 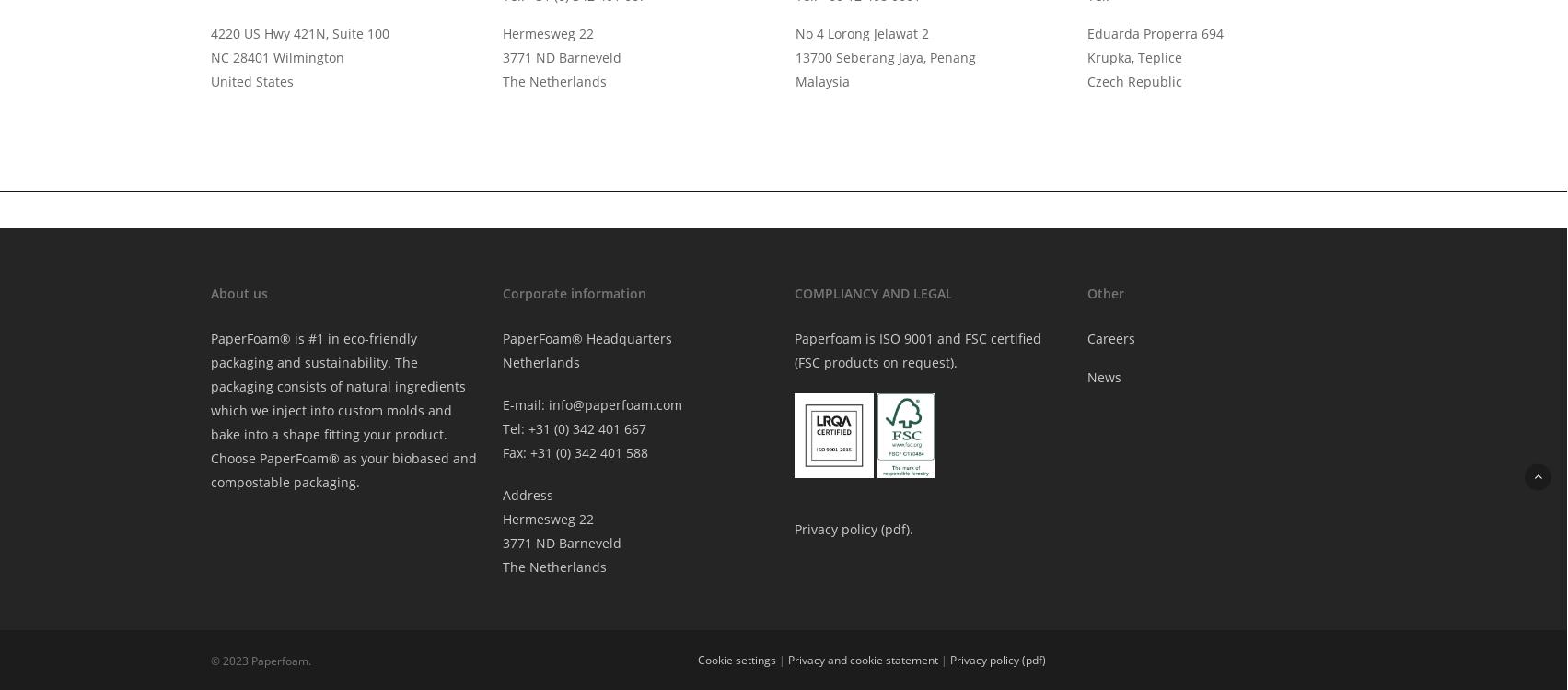 What do you see at coordinates (1103, 291) in the screenshot?
I see `'Other'` at bounding box center [1103, 291].